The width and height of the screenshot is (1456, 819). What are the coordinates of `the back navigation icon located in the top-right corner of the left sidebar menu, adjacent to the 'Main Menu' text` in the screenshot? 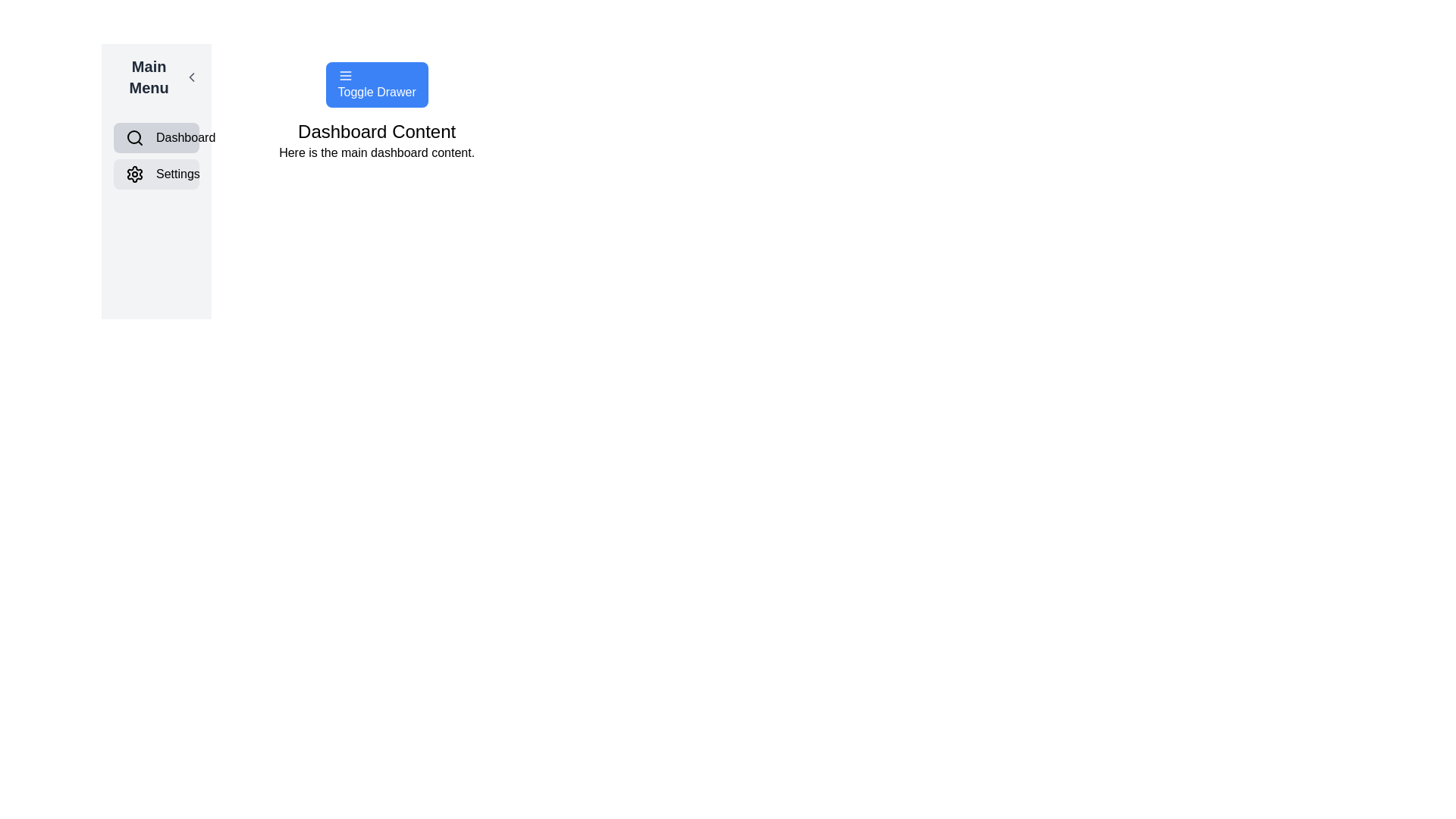 It's located at (191, 77).